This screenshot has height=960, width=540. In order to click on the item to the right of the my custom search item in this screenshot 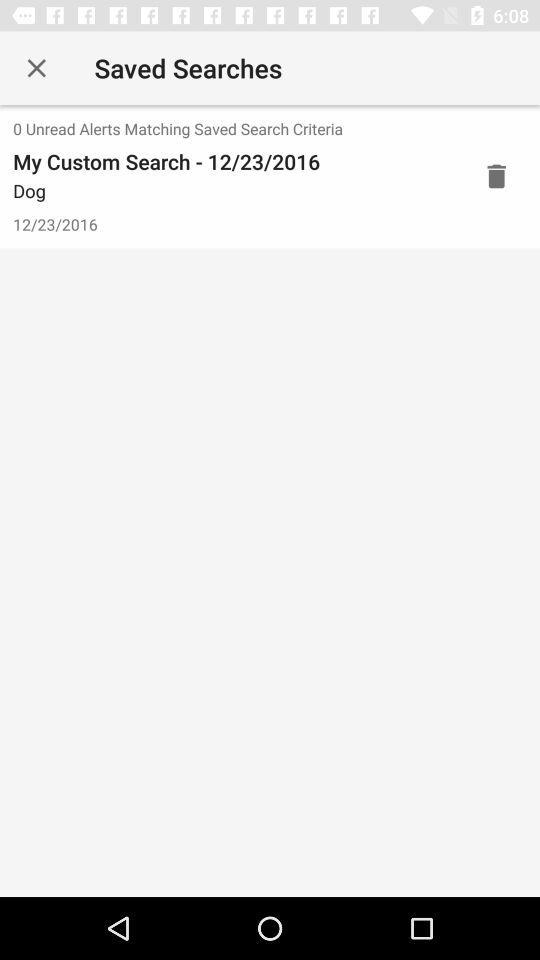, I will do `click(495, 175)`.